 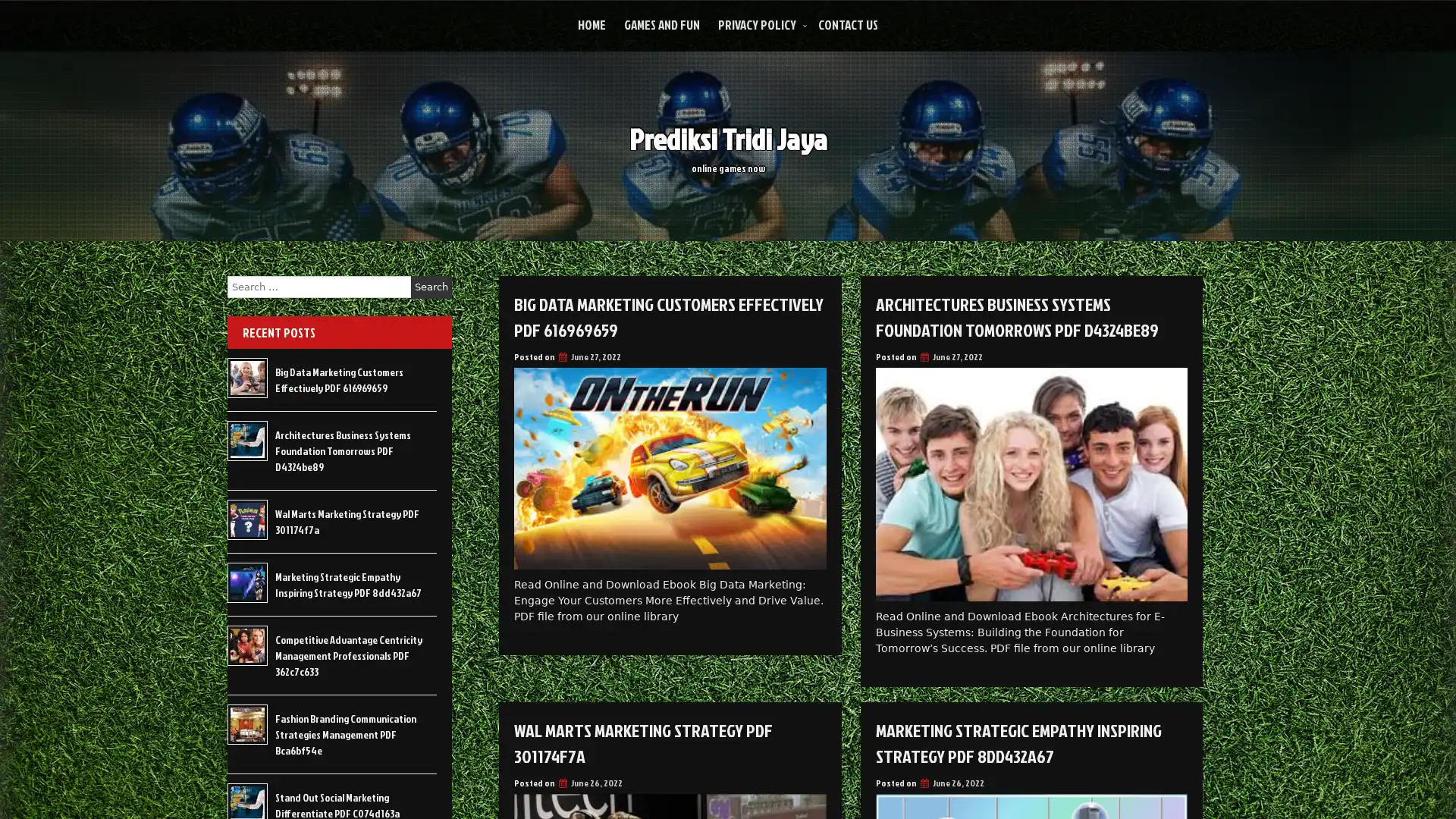 What do you see at coordinates (431, 287) in the screenshot?
I see `Search` at bounding box center [431, 287].